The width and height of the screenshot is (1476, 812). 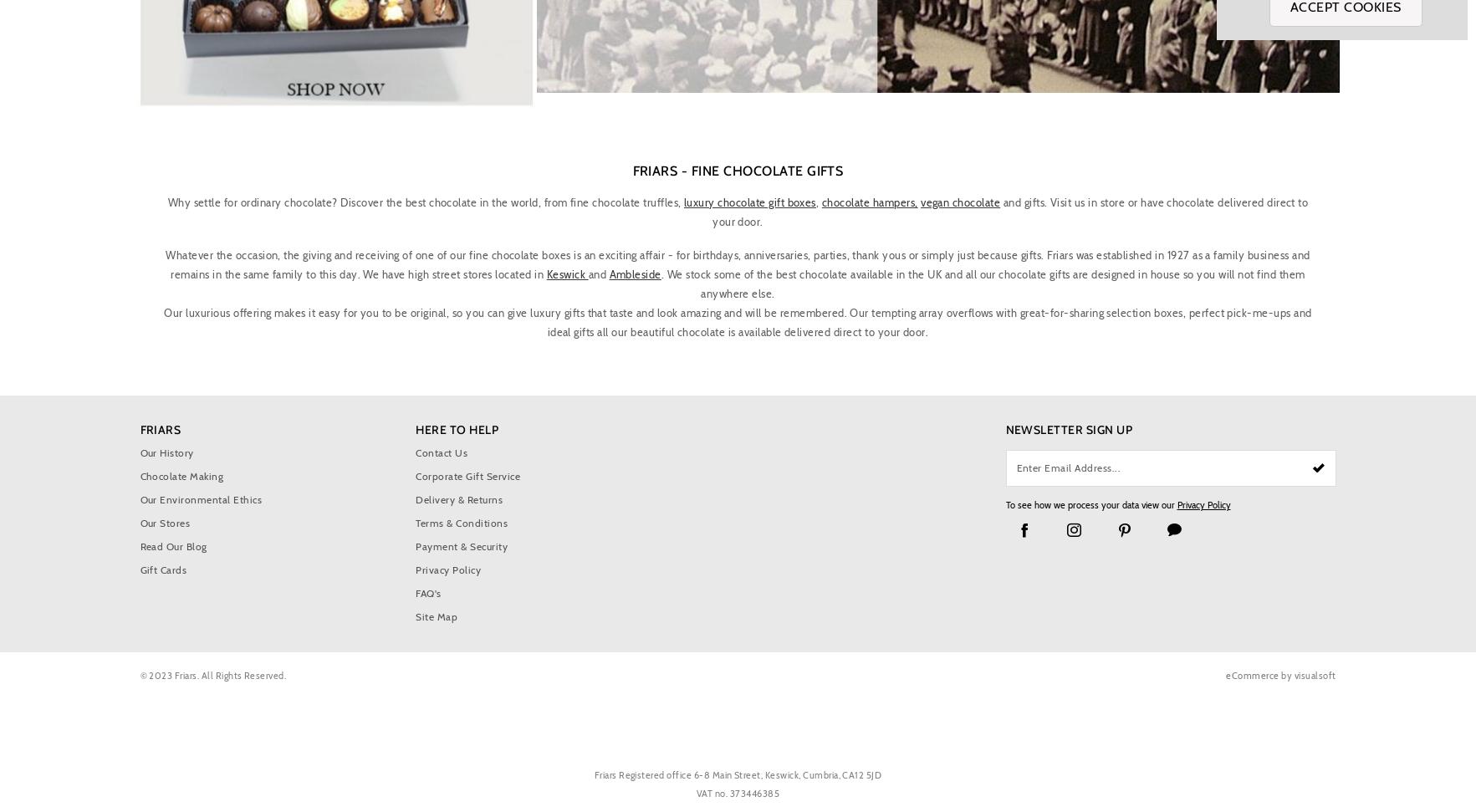 What do you see at coordinates (1009, 212) in the screenshot?
I see `'and gifts. Visit us in store or have chocolate delivered direct to your door.'` at bounding box center [1009, 212].